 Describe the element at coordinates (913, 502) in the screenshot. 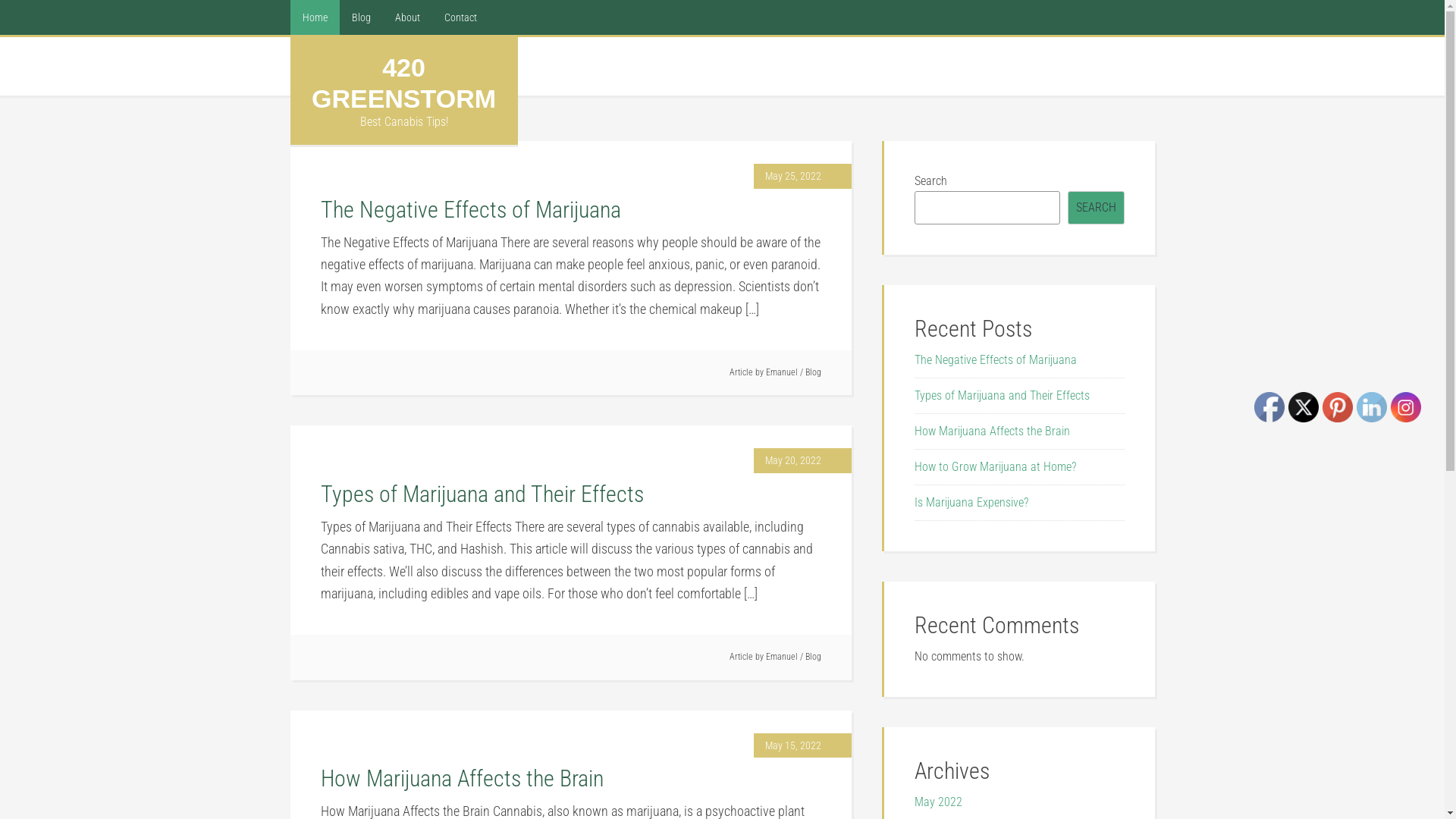

I see `'Is Marijuana Expensive?'` at that location.